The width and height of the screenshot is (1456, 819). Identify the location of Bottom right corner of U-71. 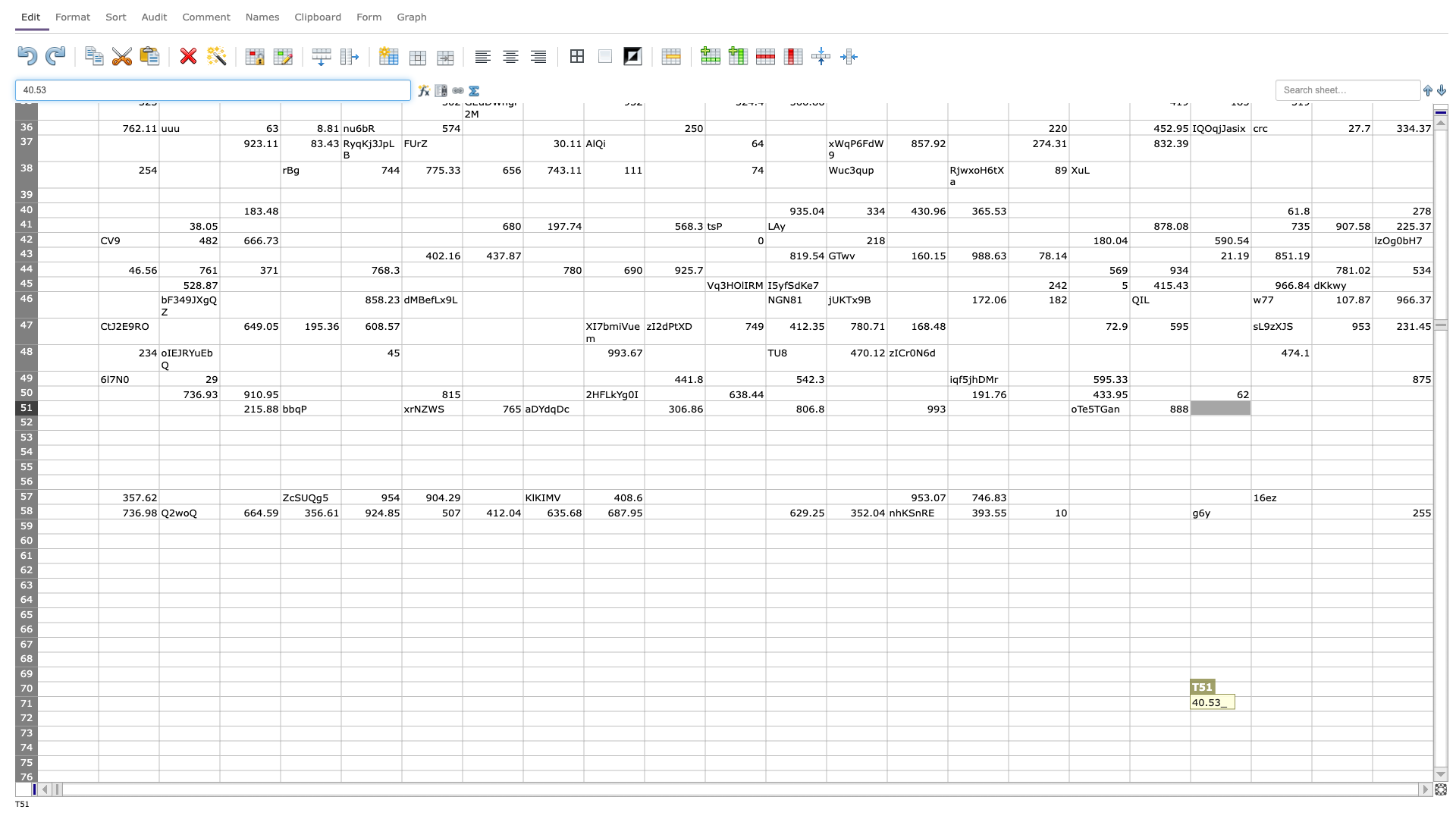
(1310, 711).